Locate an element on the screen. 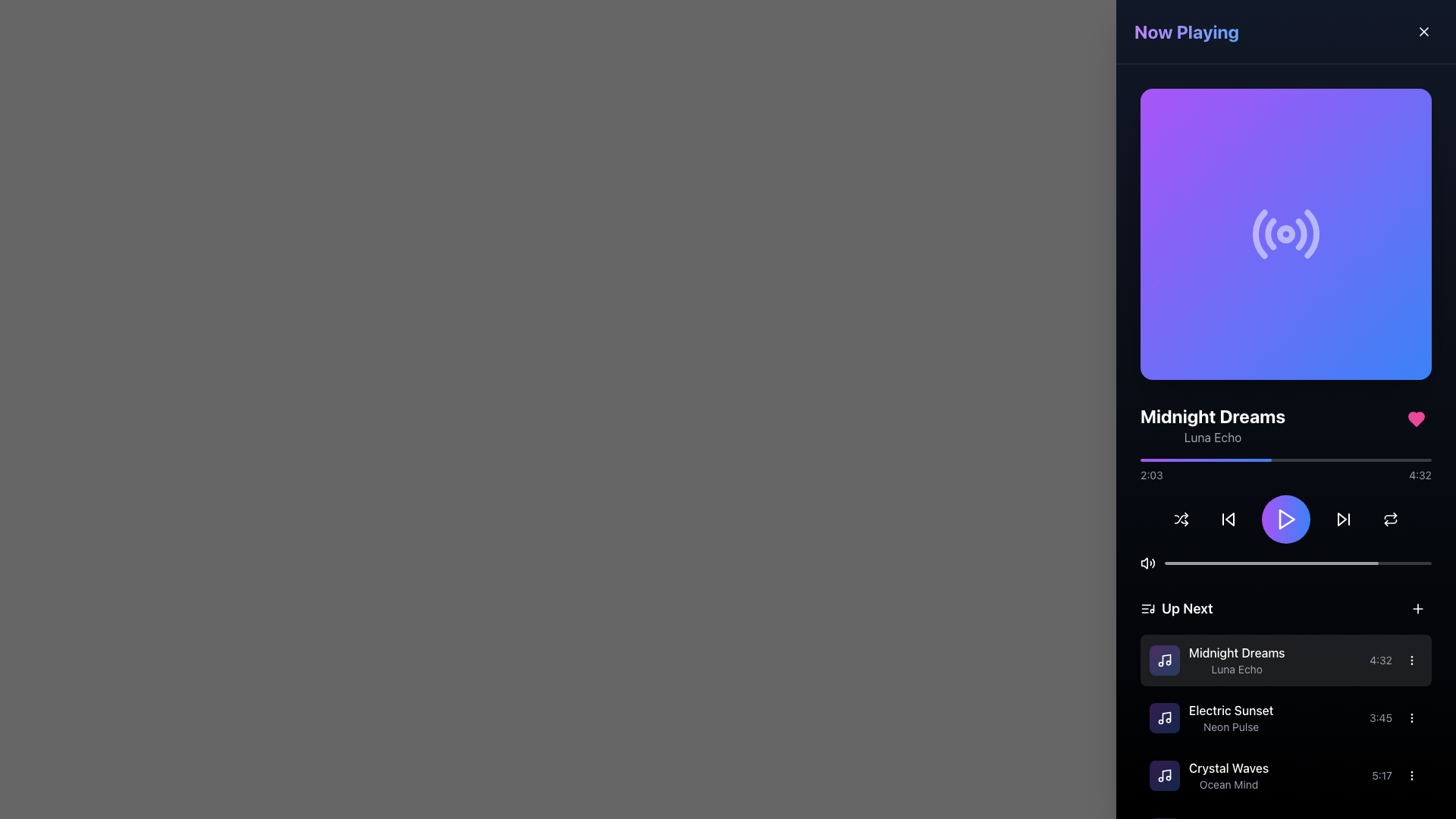 This screenshot has width=1456, height=819. the triangular play icon button, which is styled with a white icon on a dark background, located in the bottom area of the right-hand control panel as the fifth button from the left is located at coordinates (1343, 519).